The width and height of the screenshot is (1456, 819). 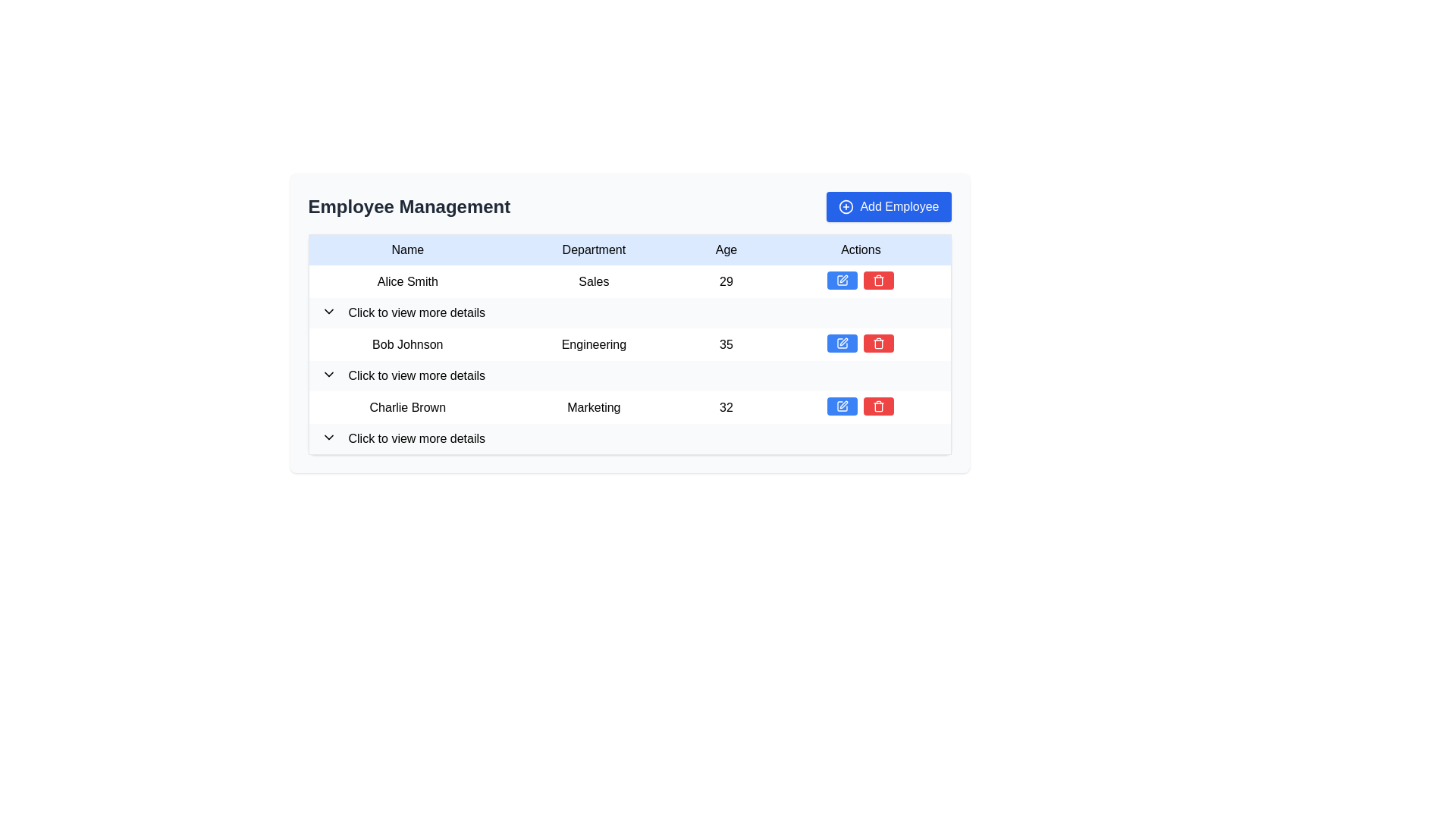 I want to click on the text element 'Engineering' located in the second row of the table under the 'Department' column, which is centrally aligned and positioned between 'Bob Johnson' and '35', so click(x=593, y=344).